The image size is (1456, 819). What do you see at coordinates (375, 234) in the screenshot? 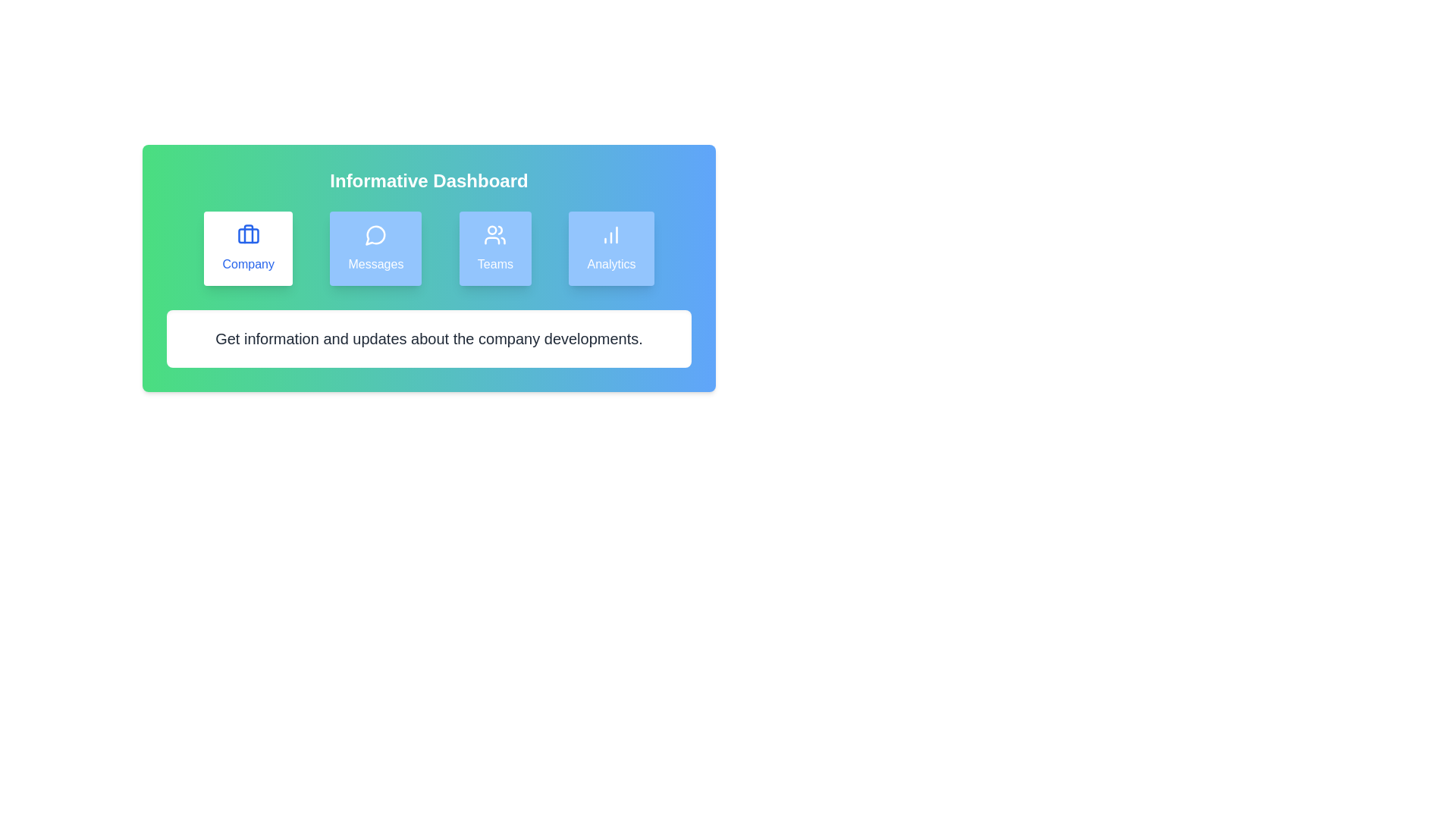
I see `the circular icon resembling a chat bubble or message symbol with a blue outline and white background, located in the second card from the left in the upper row of the dashboard, above the 'Messages' text label` at bounding box center [375, 234].